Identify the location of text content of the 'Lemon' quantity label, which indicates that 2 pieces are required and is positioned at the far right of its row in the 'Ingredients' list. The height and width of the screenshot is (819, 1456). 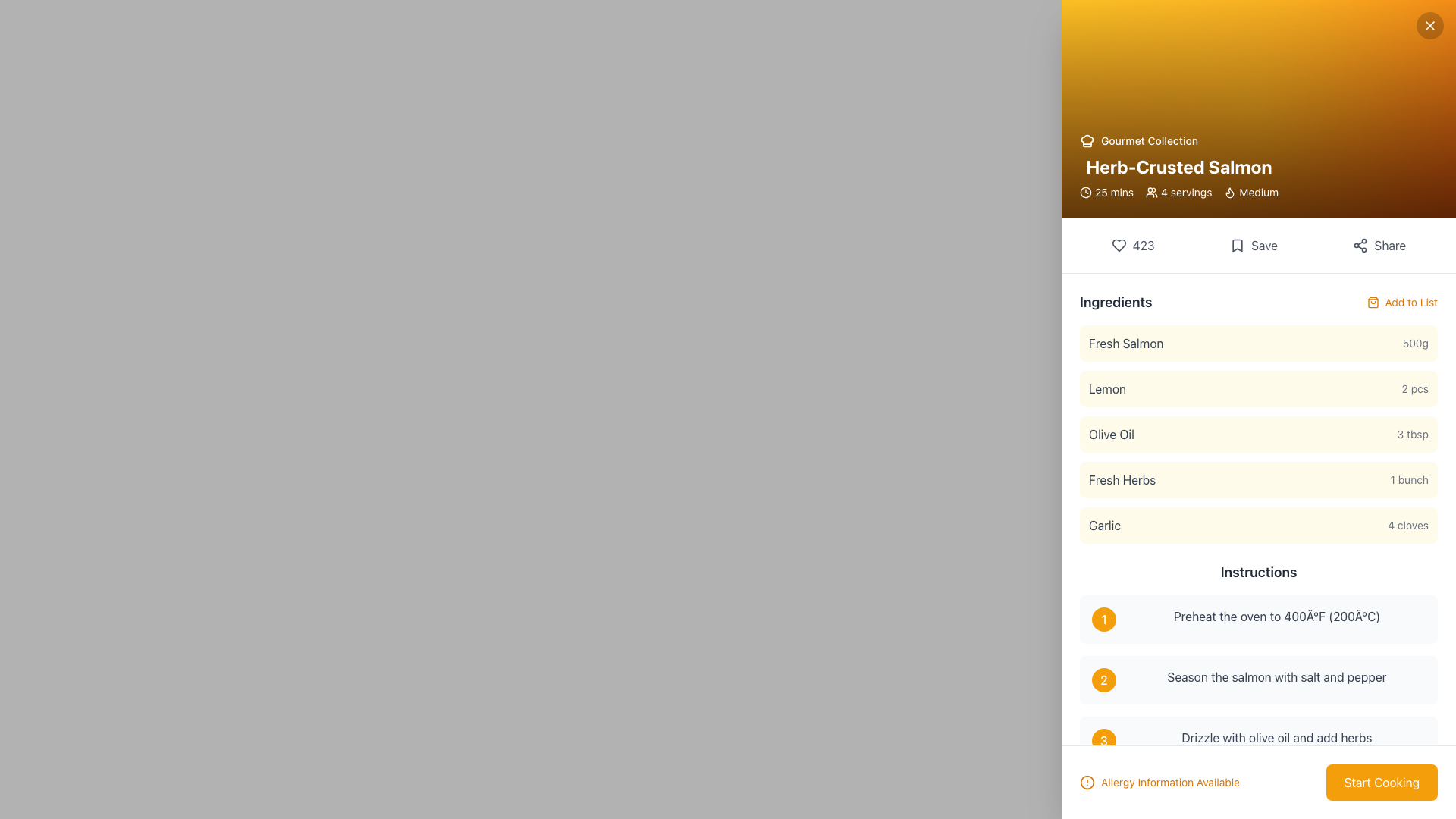
(1414, 388).